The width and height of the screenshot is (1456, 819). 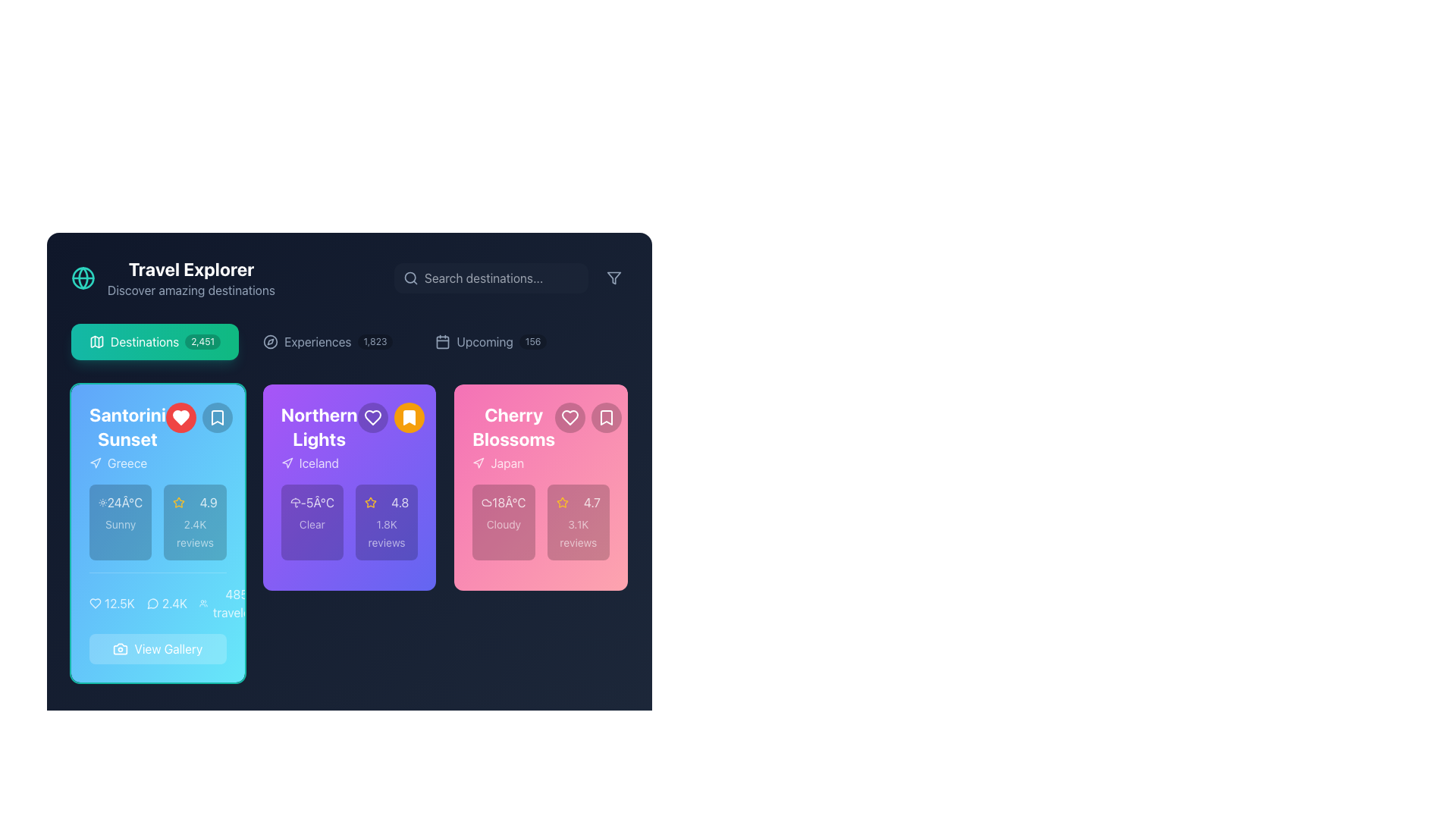 What do you see at coordinates (271, 342) in the screenshot?
I see `the circular SVG element that is part of a compass-like shape in the toolbar zone at the top of the layout` at bounding box center [271, 342].